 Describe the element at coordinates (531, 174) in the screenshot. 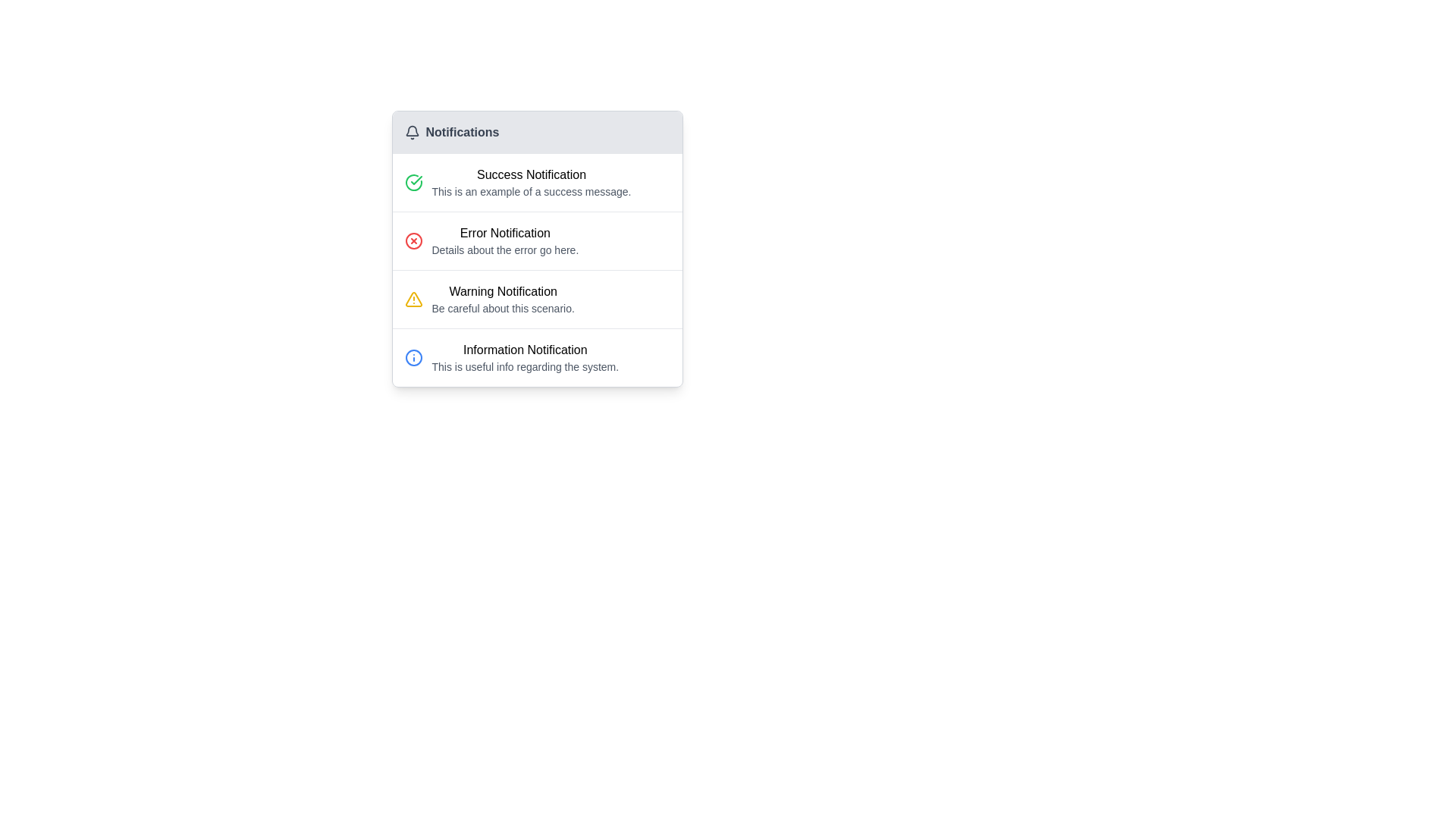

I see `the 'Success Notification' text label, which is the title of the first notification in the notification card` at that location.